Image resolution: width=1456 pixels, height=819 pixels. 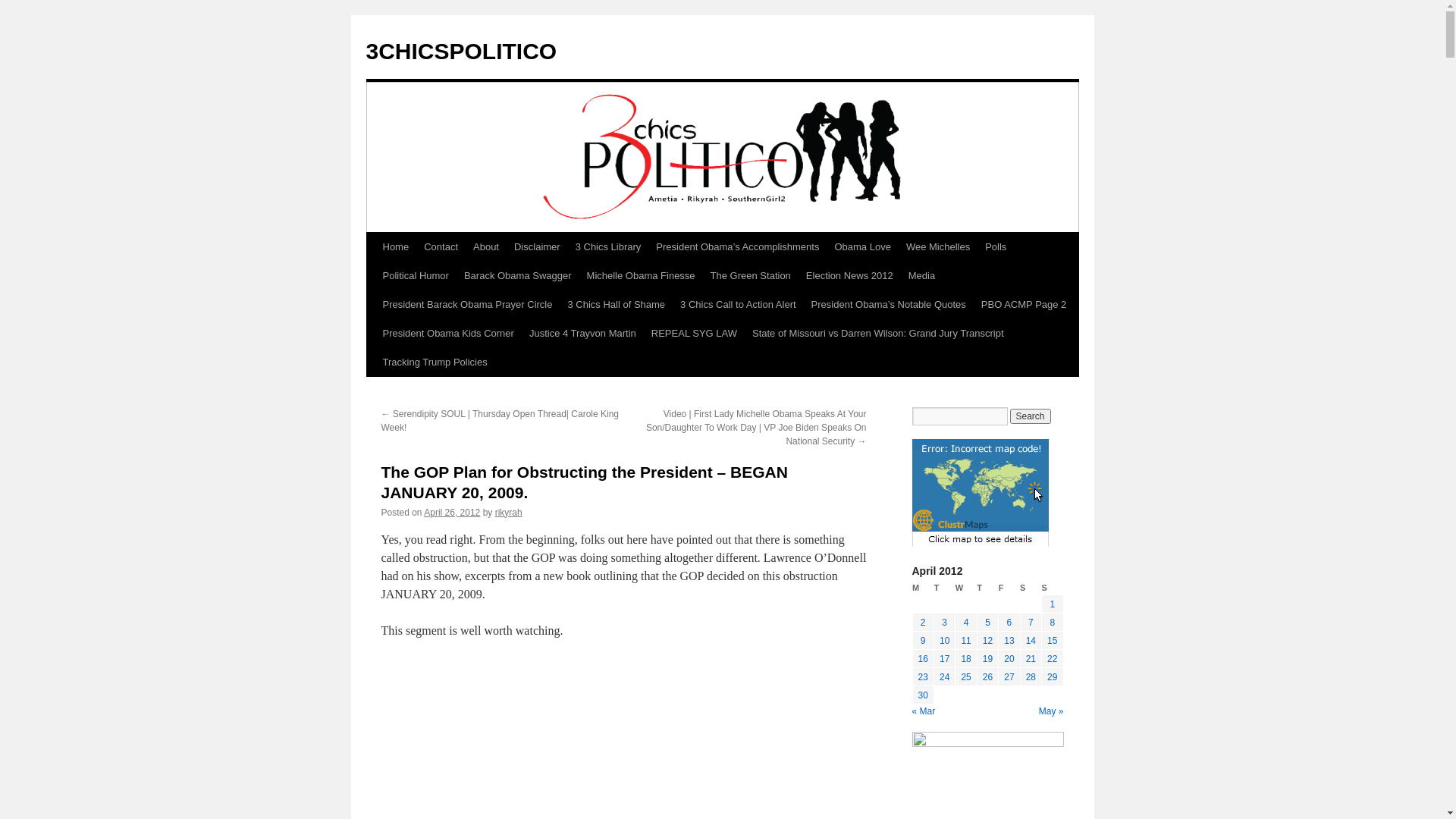 What do you see at coordinates (1004, 676) in the screenshot?
I see `'27'` at bounding box center [1004, 676].